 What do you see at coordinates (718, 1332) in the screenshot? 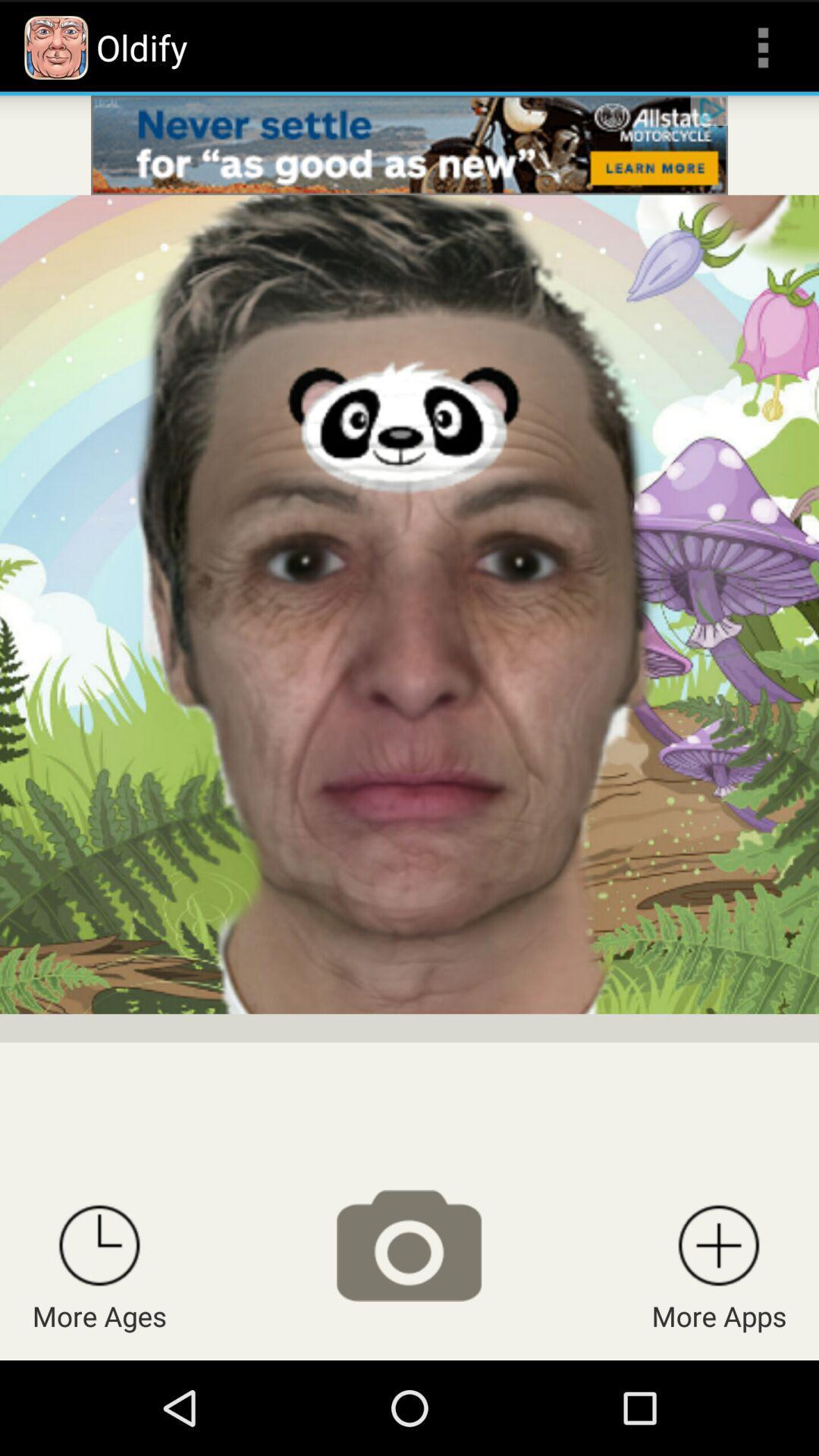
I see `the add icon` at bounding box center [718, 1332].